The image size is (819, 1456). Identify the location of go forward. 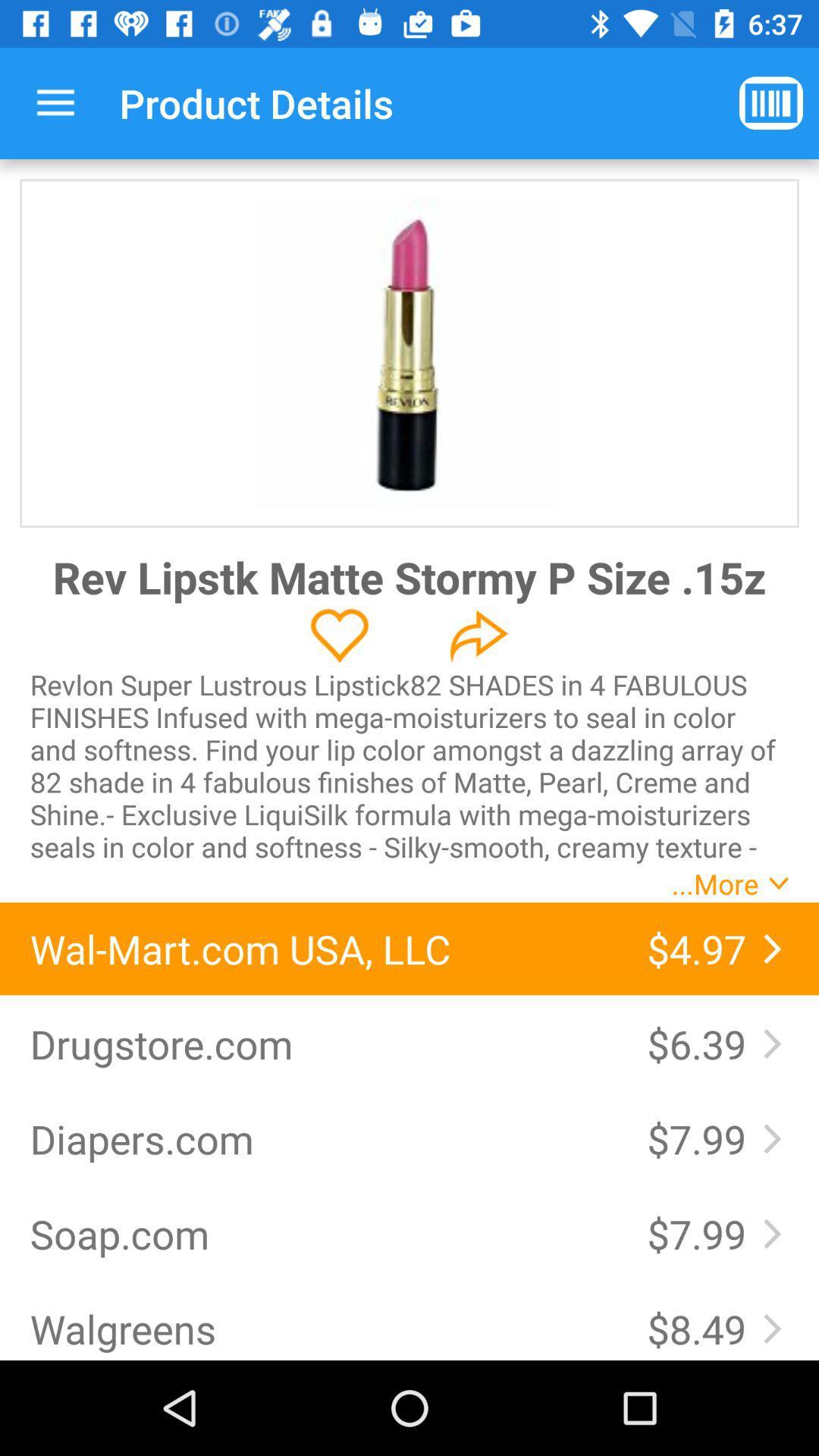
(479, 635).